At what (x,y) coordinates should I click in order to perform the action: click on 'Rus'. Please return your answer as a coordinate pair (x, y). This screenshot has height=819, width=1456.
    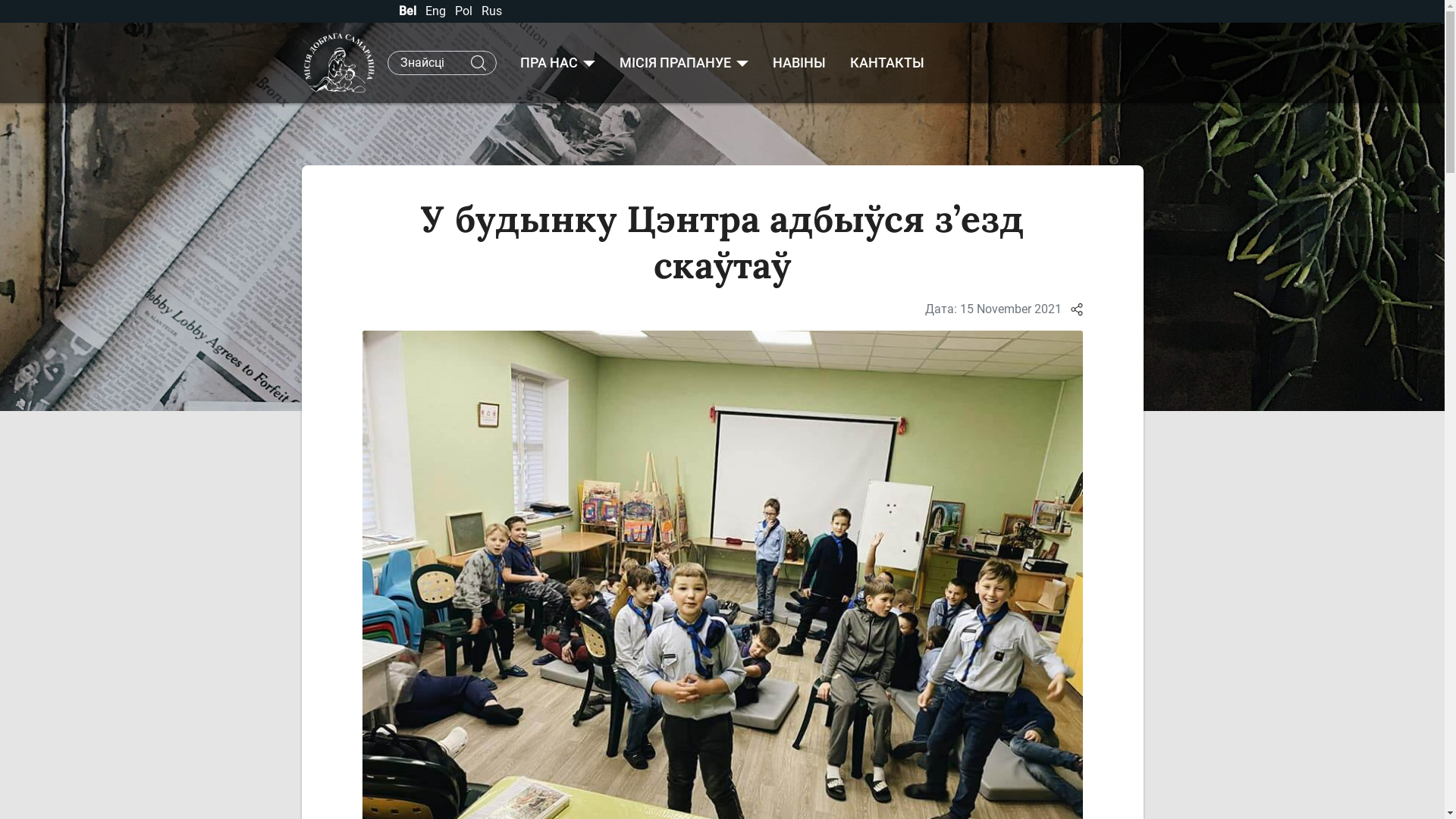
    Looking at the image, I should click on (491, 11).